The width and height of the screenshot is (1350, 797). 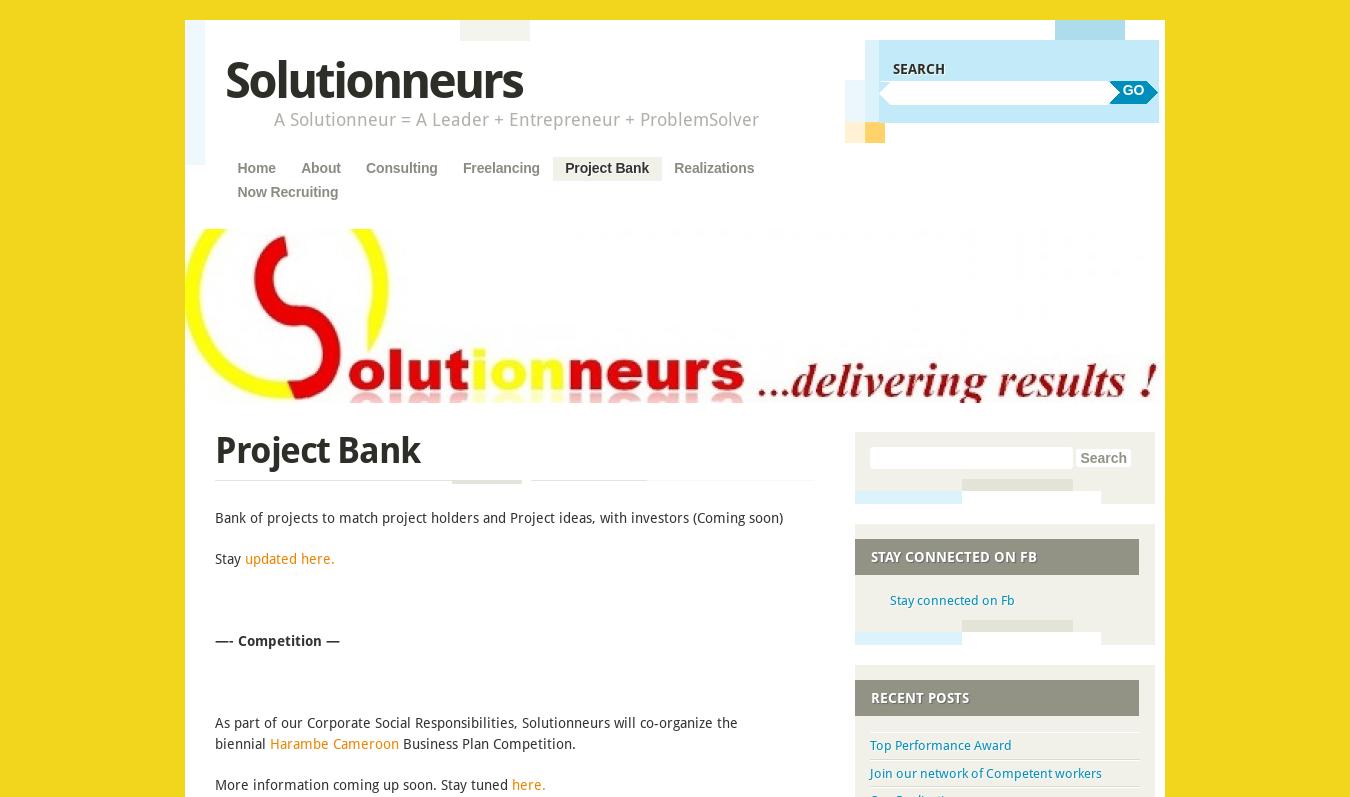 I want to click on 'Harambe Cameroon', so click(x=269, y=742).